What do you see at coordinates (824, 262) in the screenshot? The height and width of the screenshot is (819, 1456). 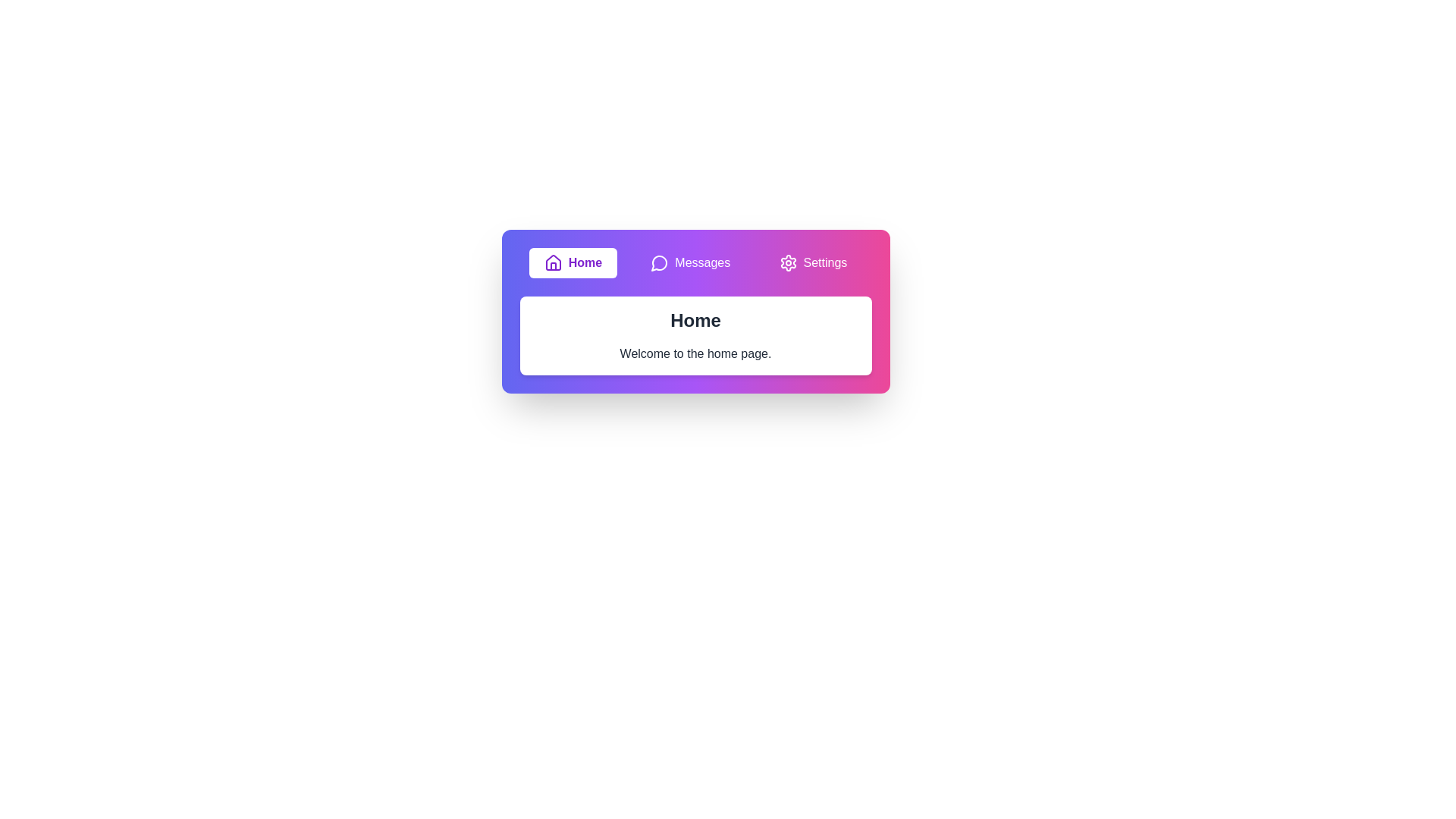 I see `the 'Settings' button, which is the rightmost item in the navigation bar` at bounding box center [824, 262].